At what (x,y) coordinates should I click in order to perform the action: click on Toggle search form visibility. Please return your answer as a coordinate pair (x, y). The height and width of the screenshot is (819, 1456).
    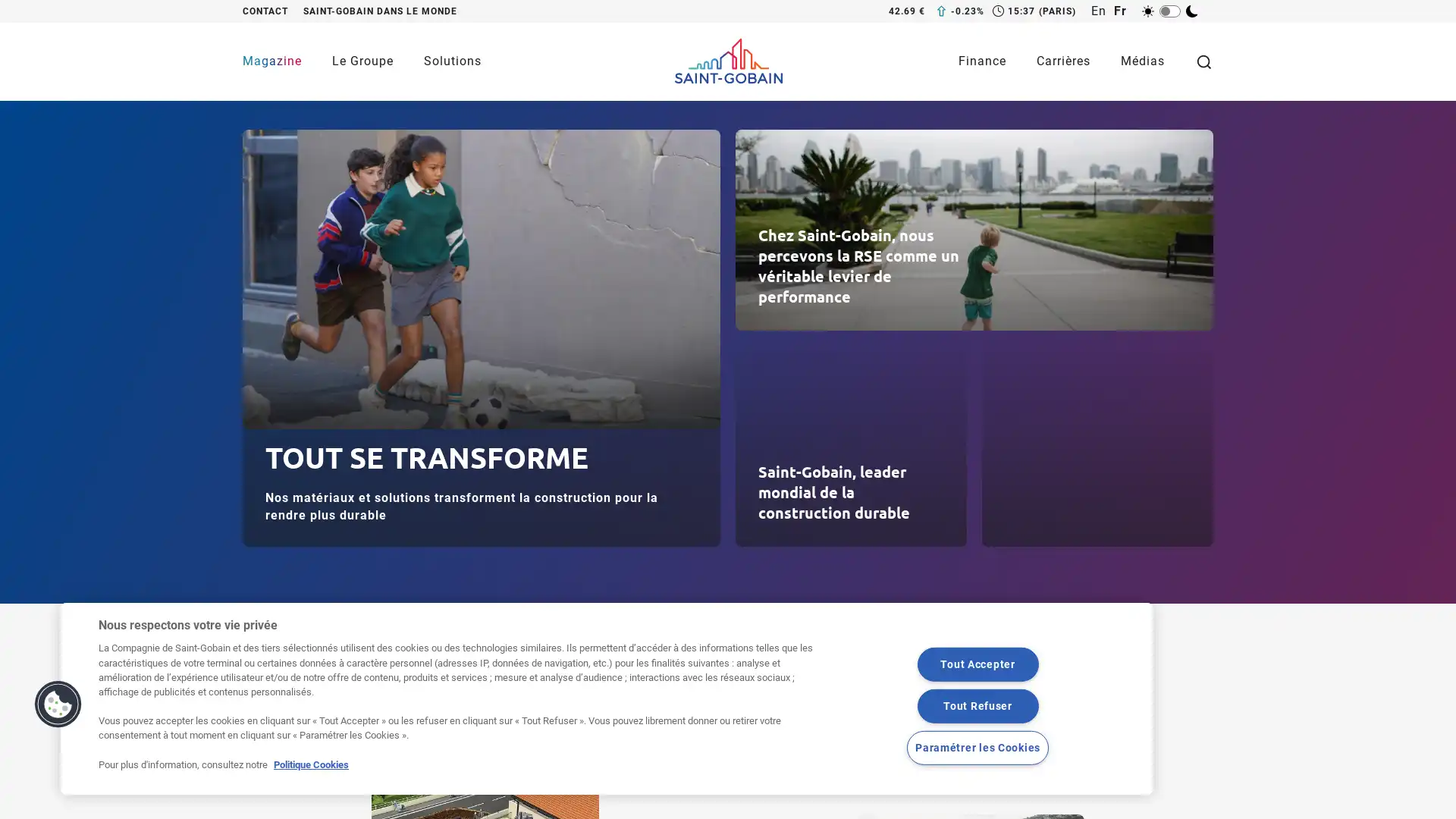
    Looking at the image, I should click on (1203, 61).